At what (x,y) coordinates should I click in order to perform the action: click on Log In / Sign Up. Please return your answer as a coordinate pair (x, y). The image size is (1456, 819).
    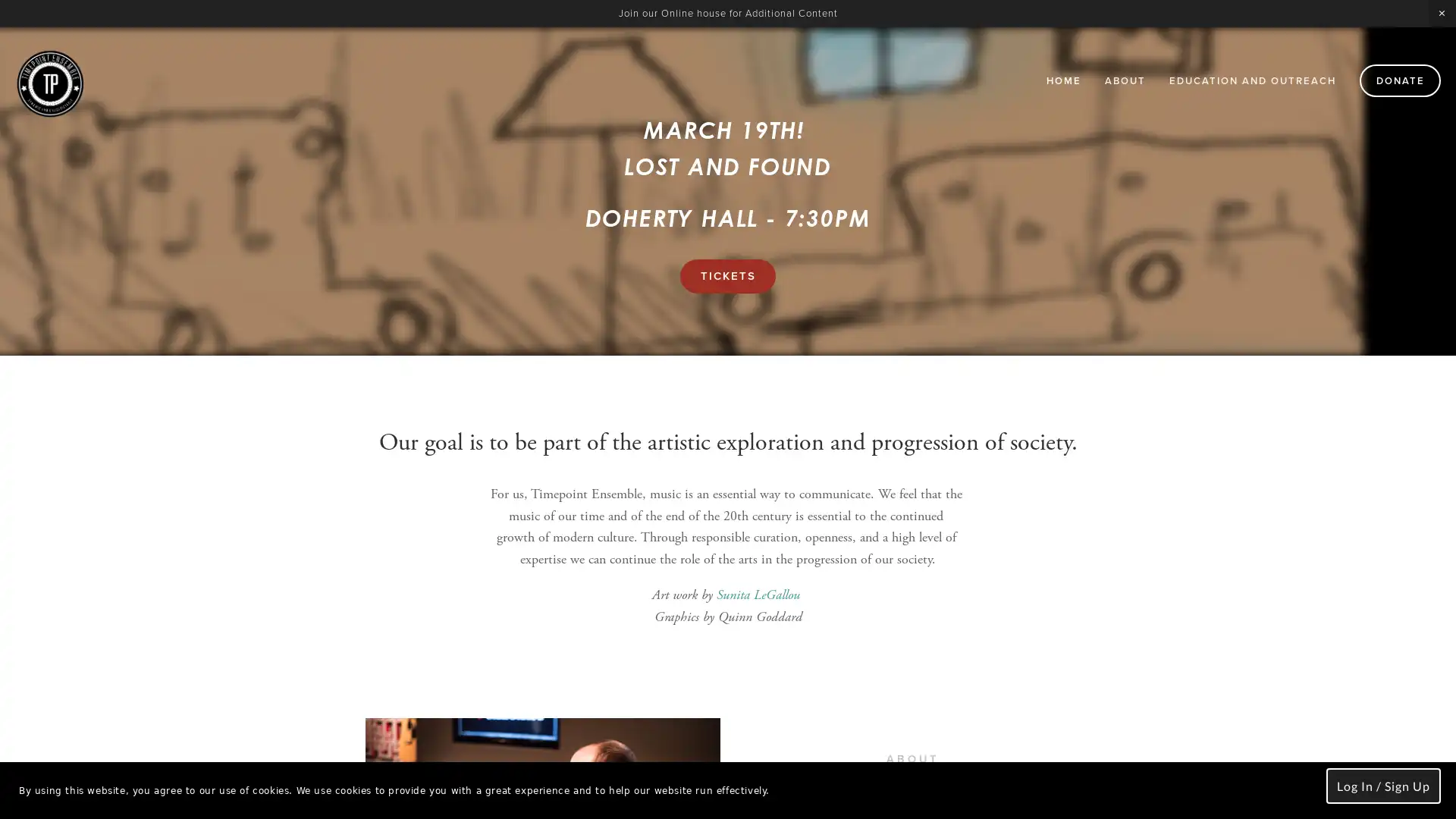
    Looking at the image, I should click on (1383, 785).